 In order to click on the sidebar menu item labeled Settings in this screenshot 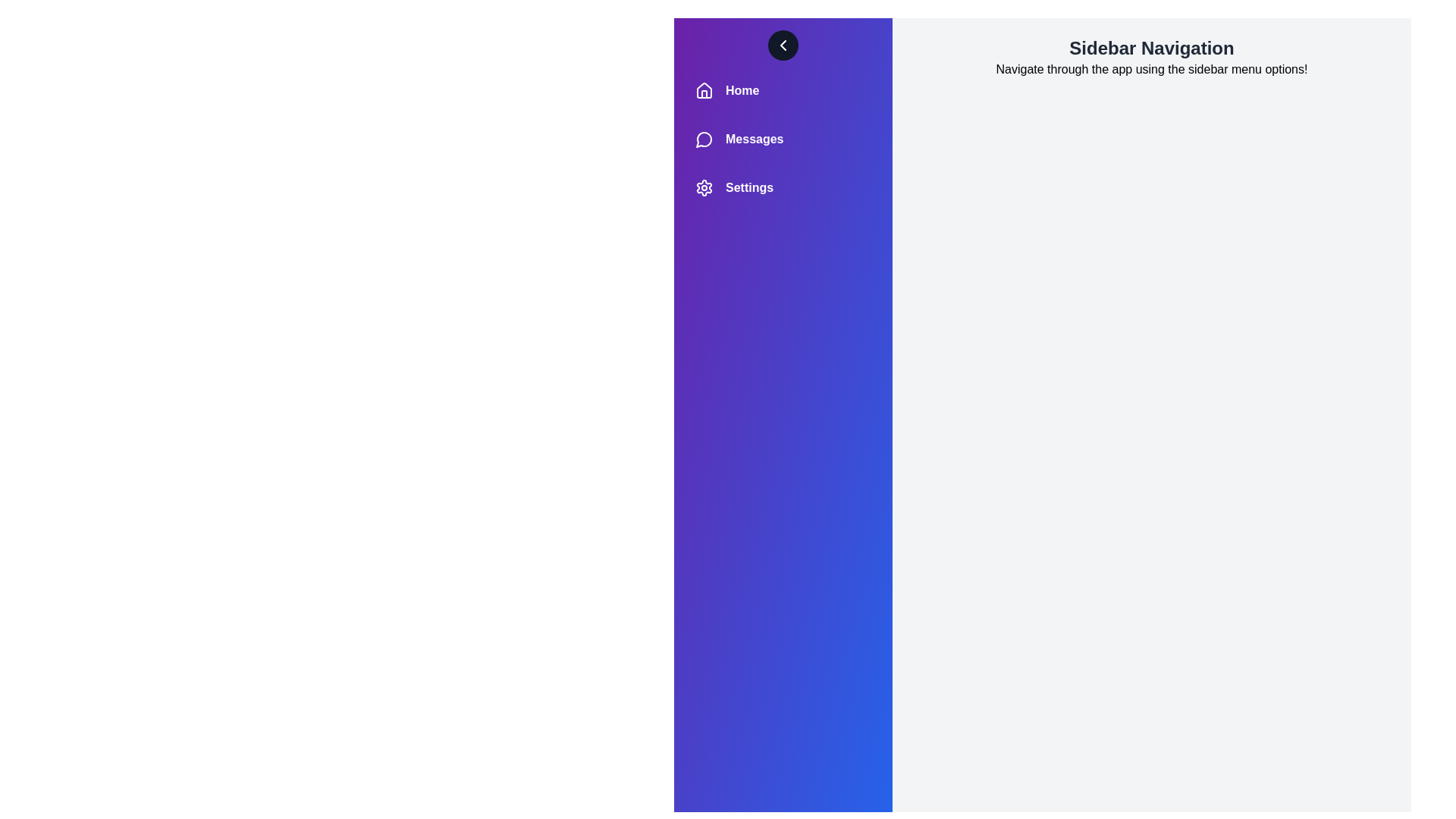, I will do `click(783, 187)`.